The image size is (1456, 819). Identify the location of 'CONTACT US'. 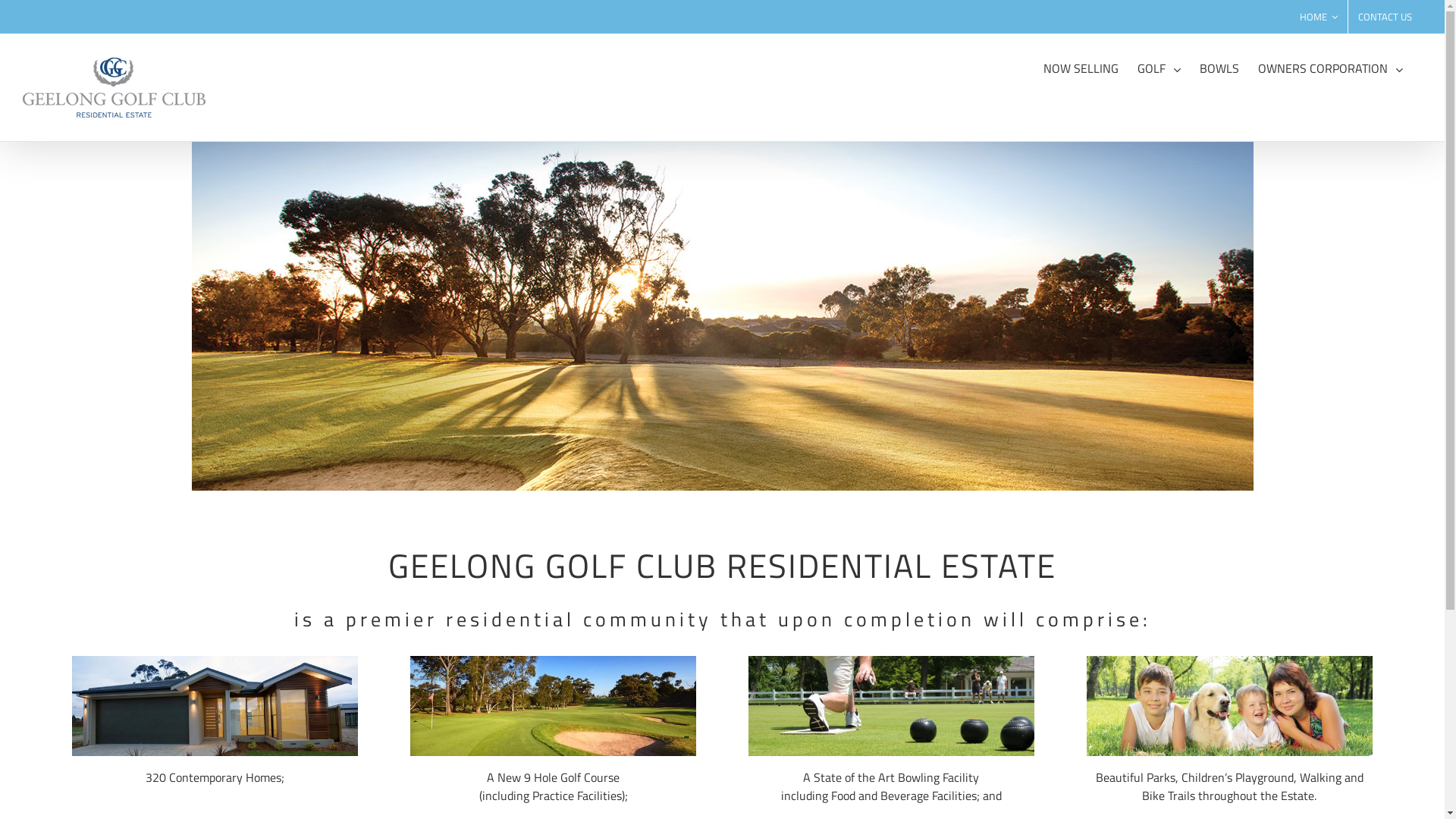
(1348, 17).